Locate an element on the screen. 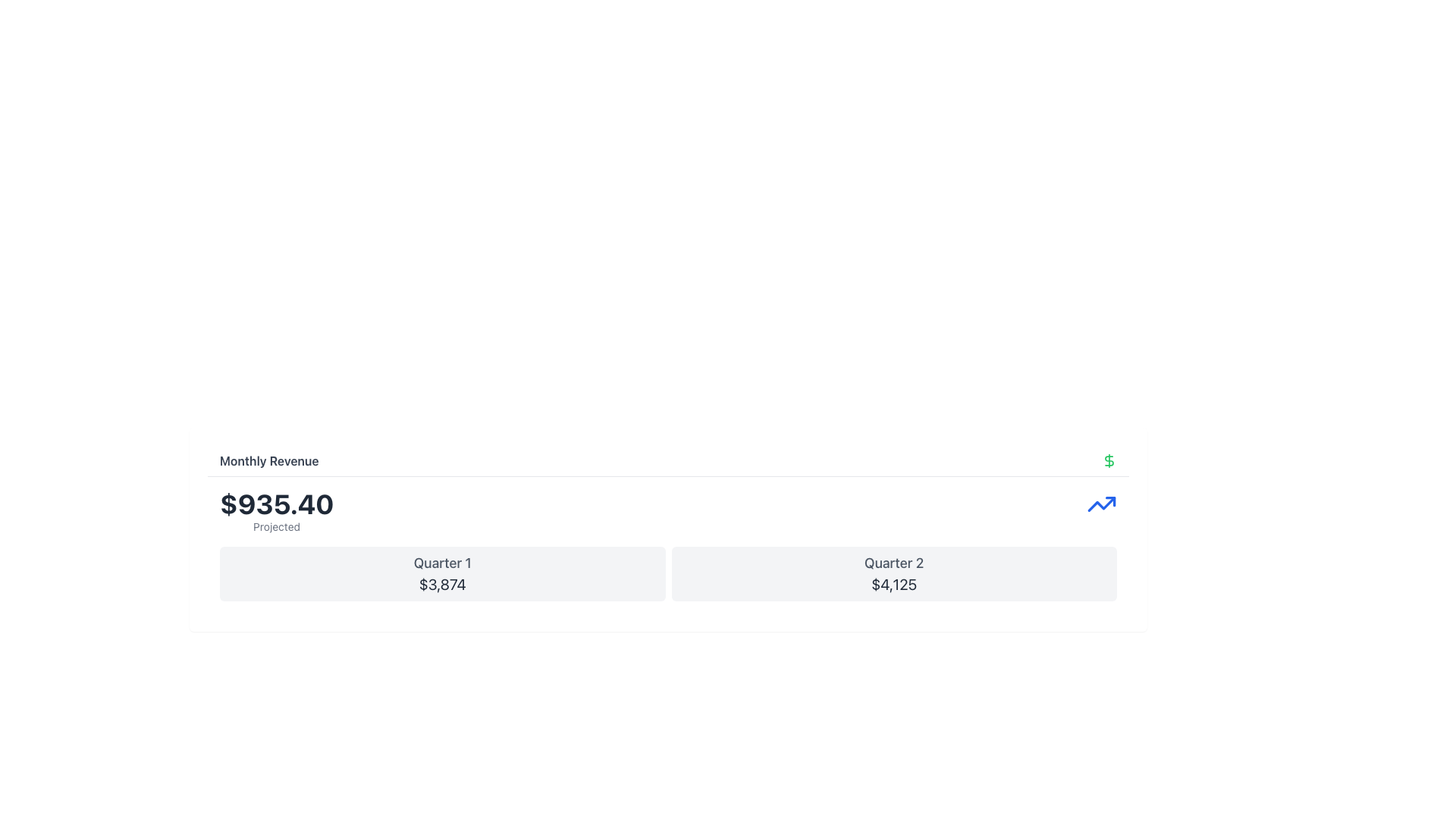 Image resolution: width=1456 pixels, height=819 pixels. the text label displaying 'Quarter 2', which is centrally aligned above the numeric value '$4,125' in the lower-middle section of the interface is located at coordinates (894, 563).